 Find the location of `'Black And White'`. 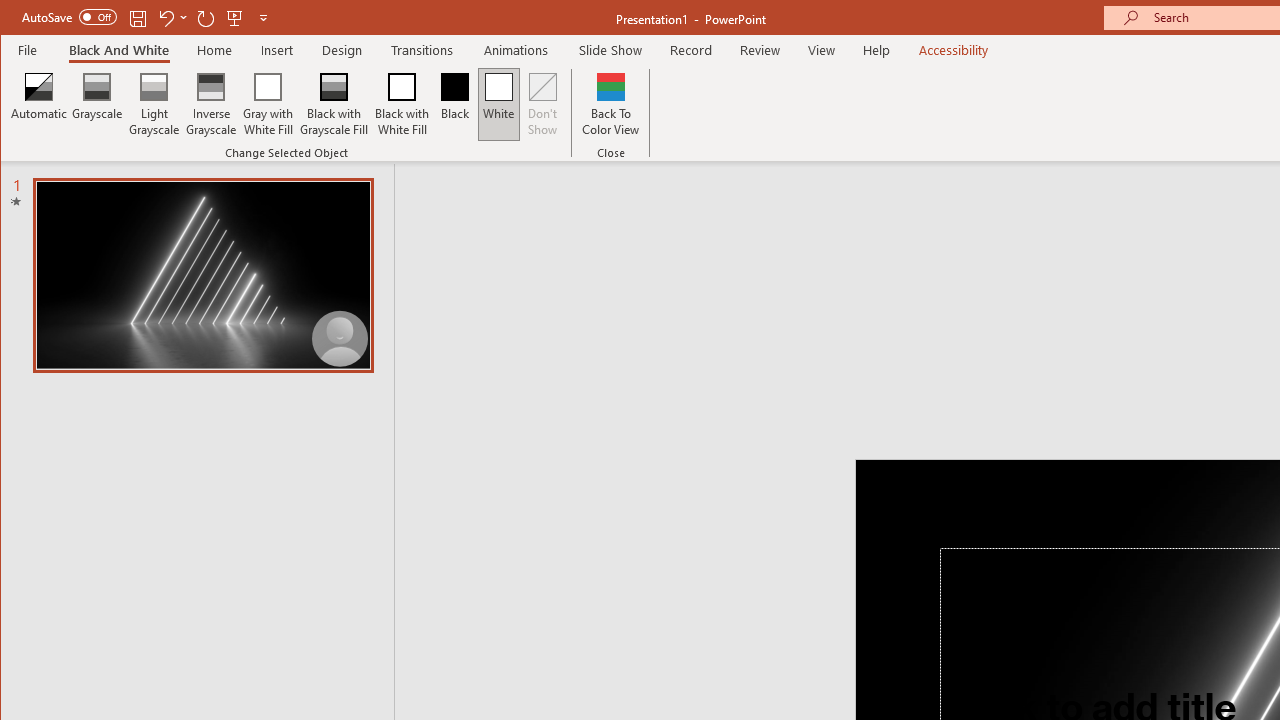

'Black And White' is located at coordinates (118, 49).